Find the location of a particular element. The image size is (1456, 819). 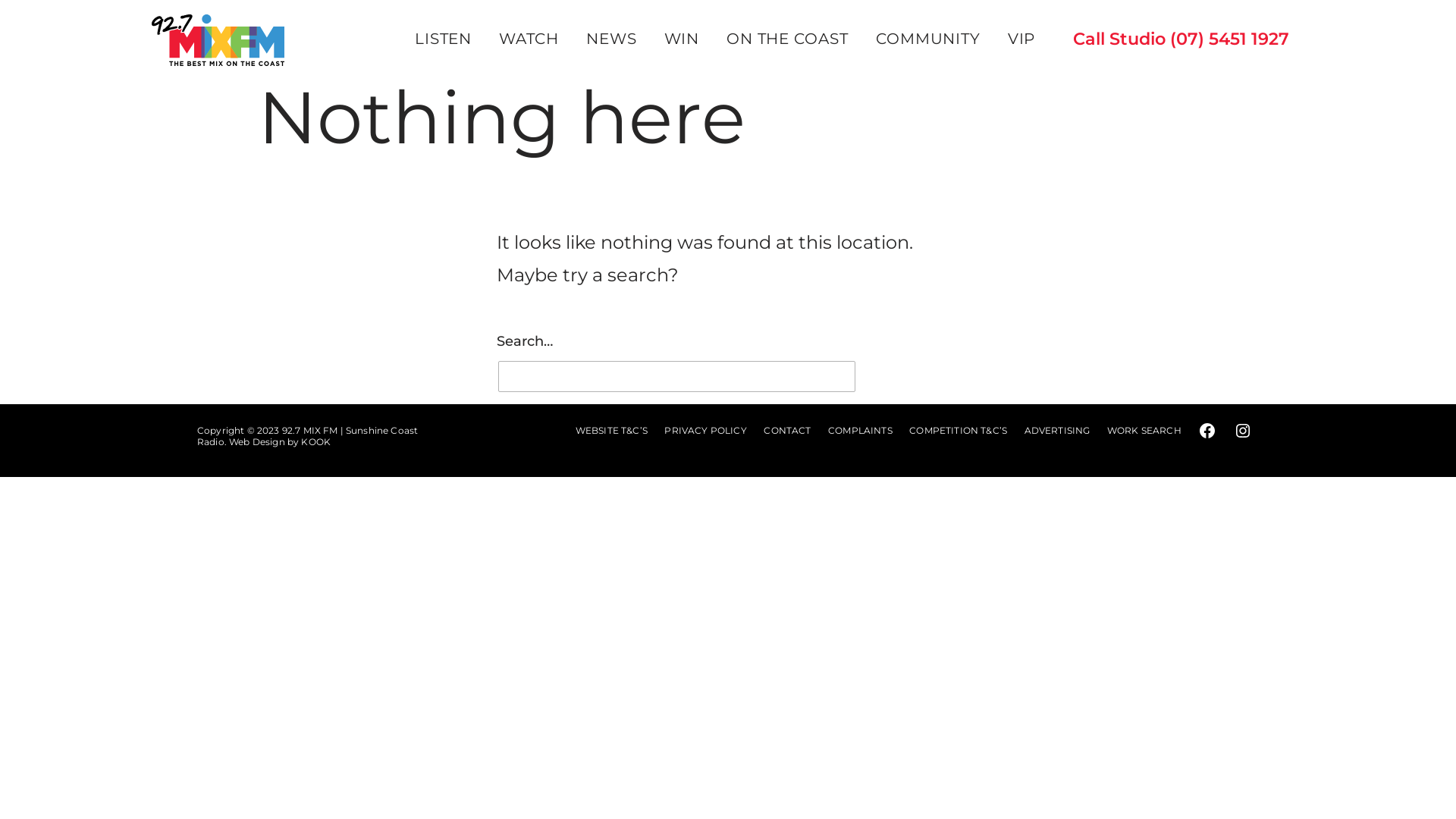

'CONTACT' is located at coordinates (786, 430).